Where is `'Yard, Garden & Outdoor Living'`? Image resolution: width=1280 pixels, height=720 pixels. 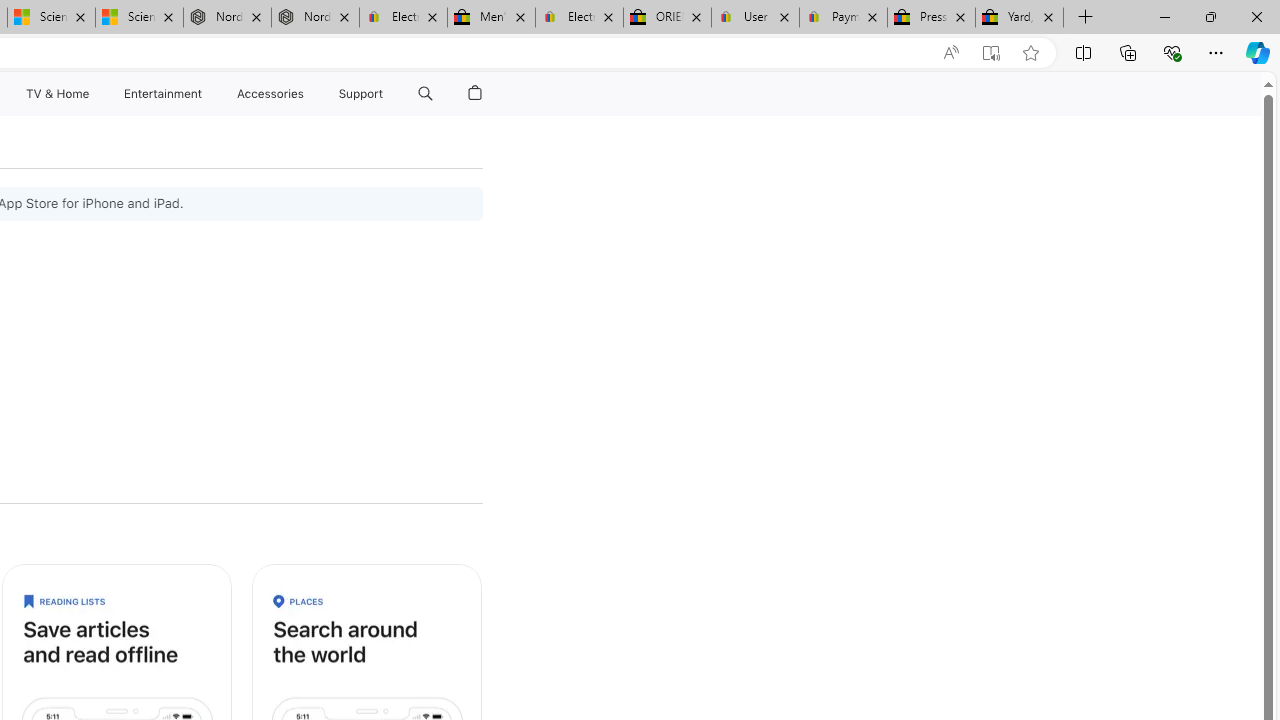
'Yard, Garden & Outdoor Living' is located at coordinates (1019, 17).